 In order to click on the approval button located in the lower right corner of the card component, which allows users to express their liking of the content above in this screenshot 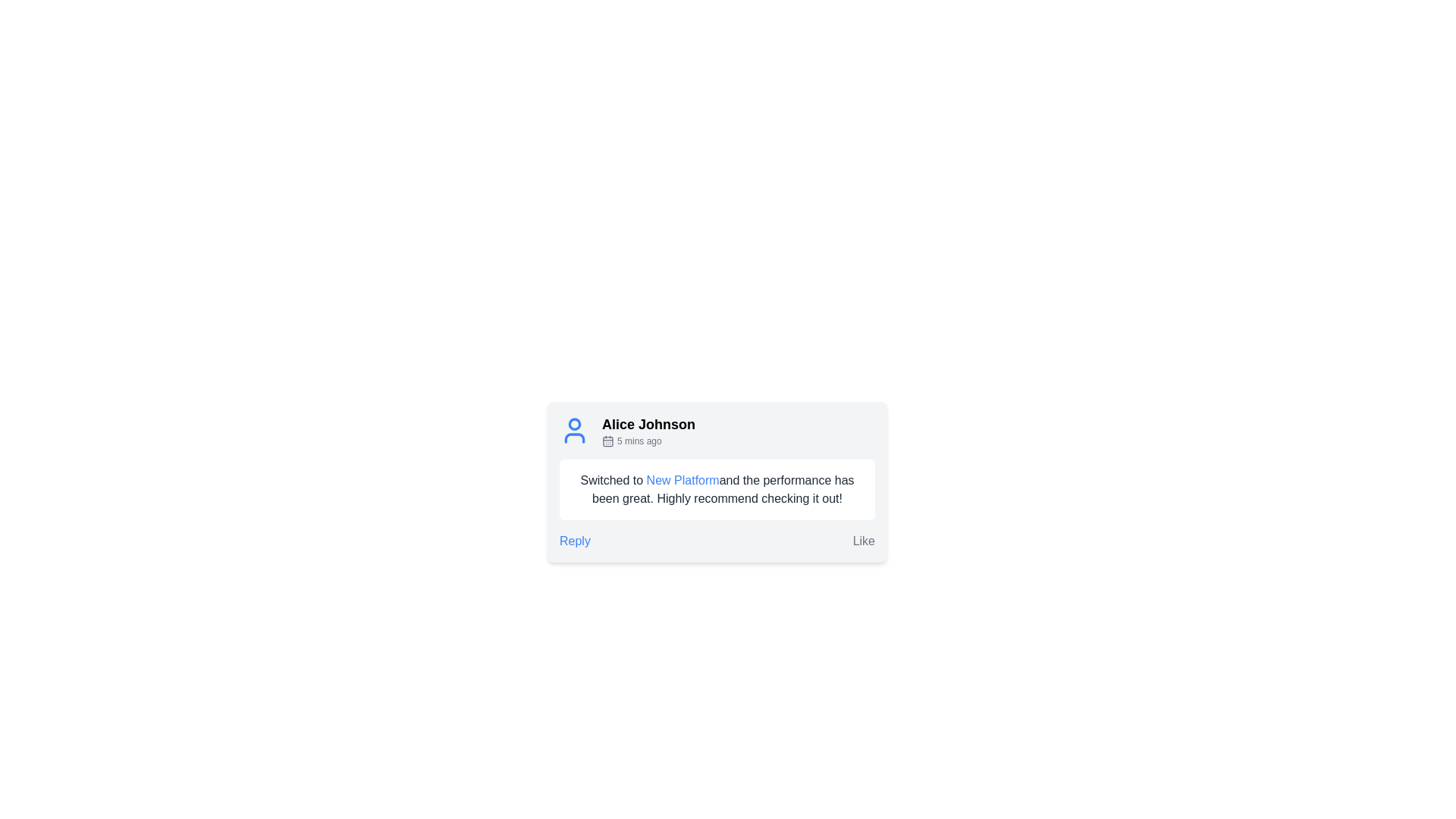, I will do `click(864, 540)`.